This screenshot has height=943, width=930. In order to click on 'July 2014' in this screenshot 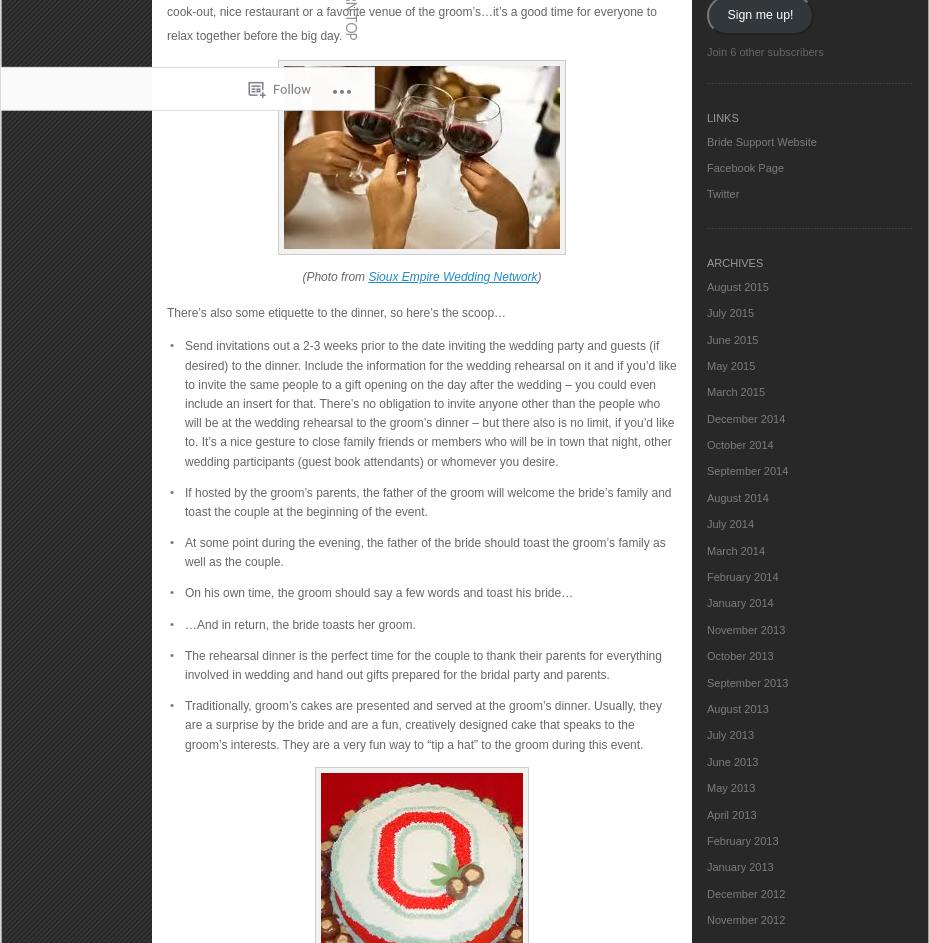, I will do `click(730, 524)`.